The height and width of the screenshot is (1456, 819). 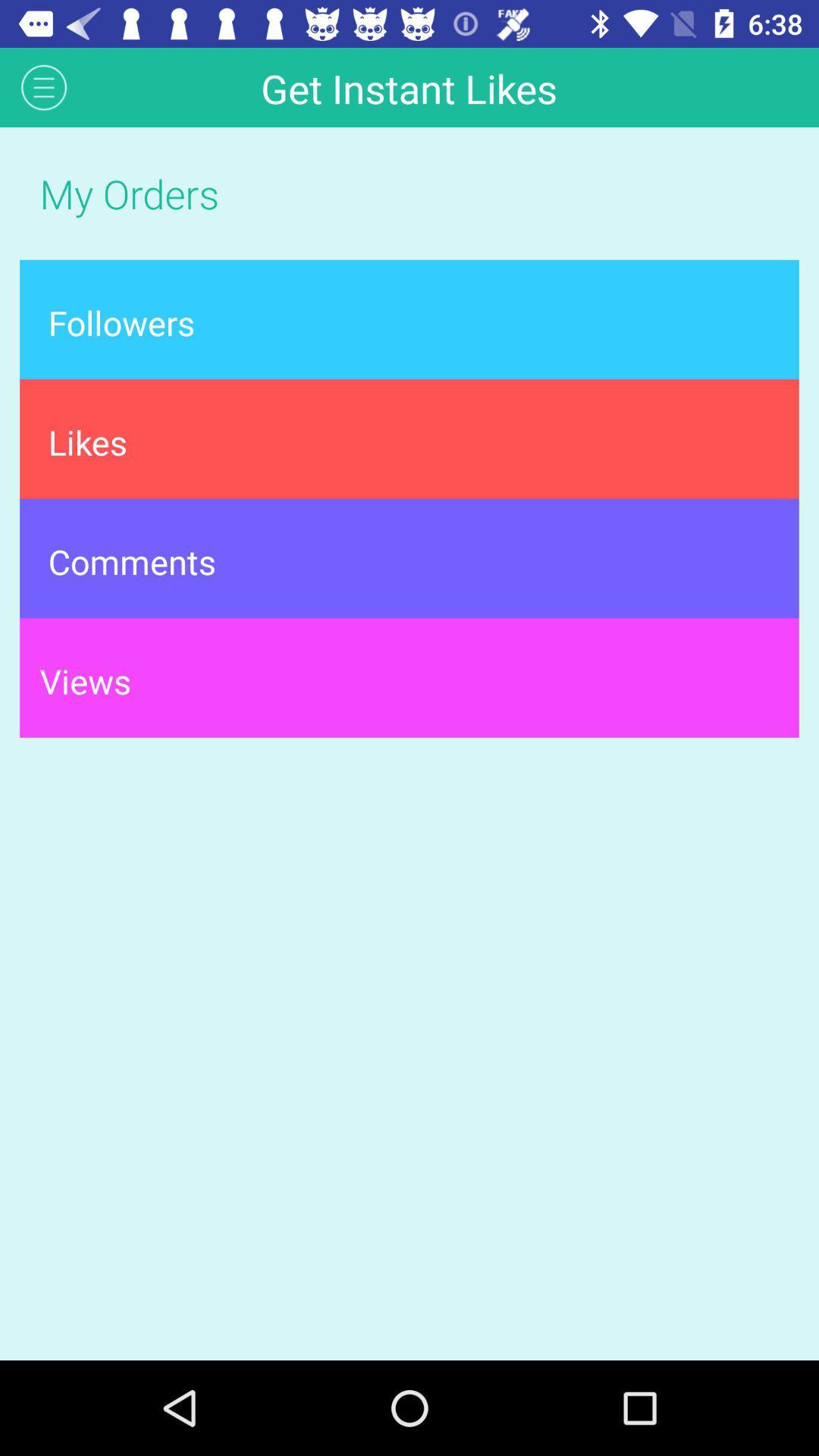 What do you see at coordinates (409, 318) in the screenshot?
I see `the  followers` at bounding box center [409, 318].